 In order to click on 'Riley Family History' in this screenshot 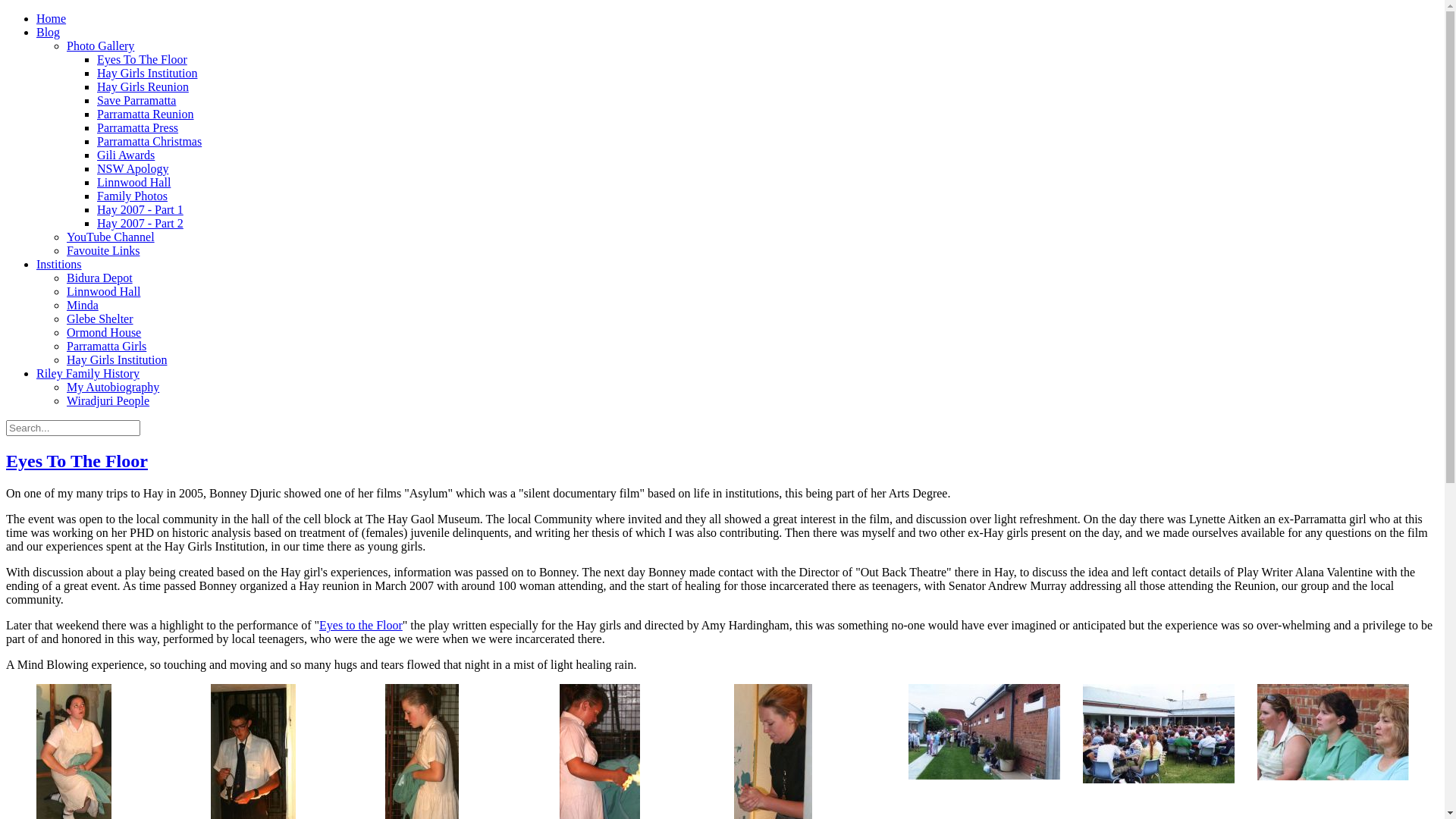, I will do `click(86, 373)`.